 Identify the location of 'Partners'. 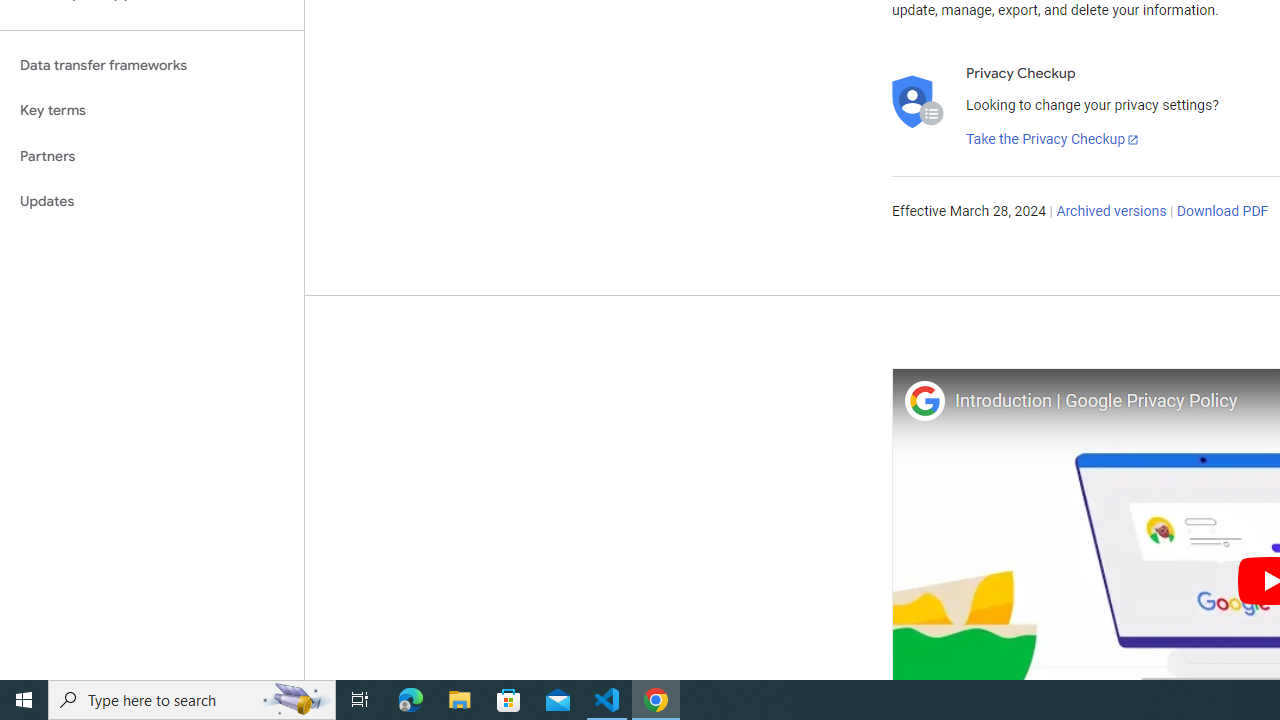
(151, 155).